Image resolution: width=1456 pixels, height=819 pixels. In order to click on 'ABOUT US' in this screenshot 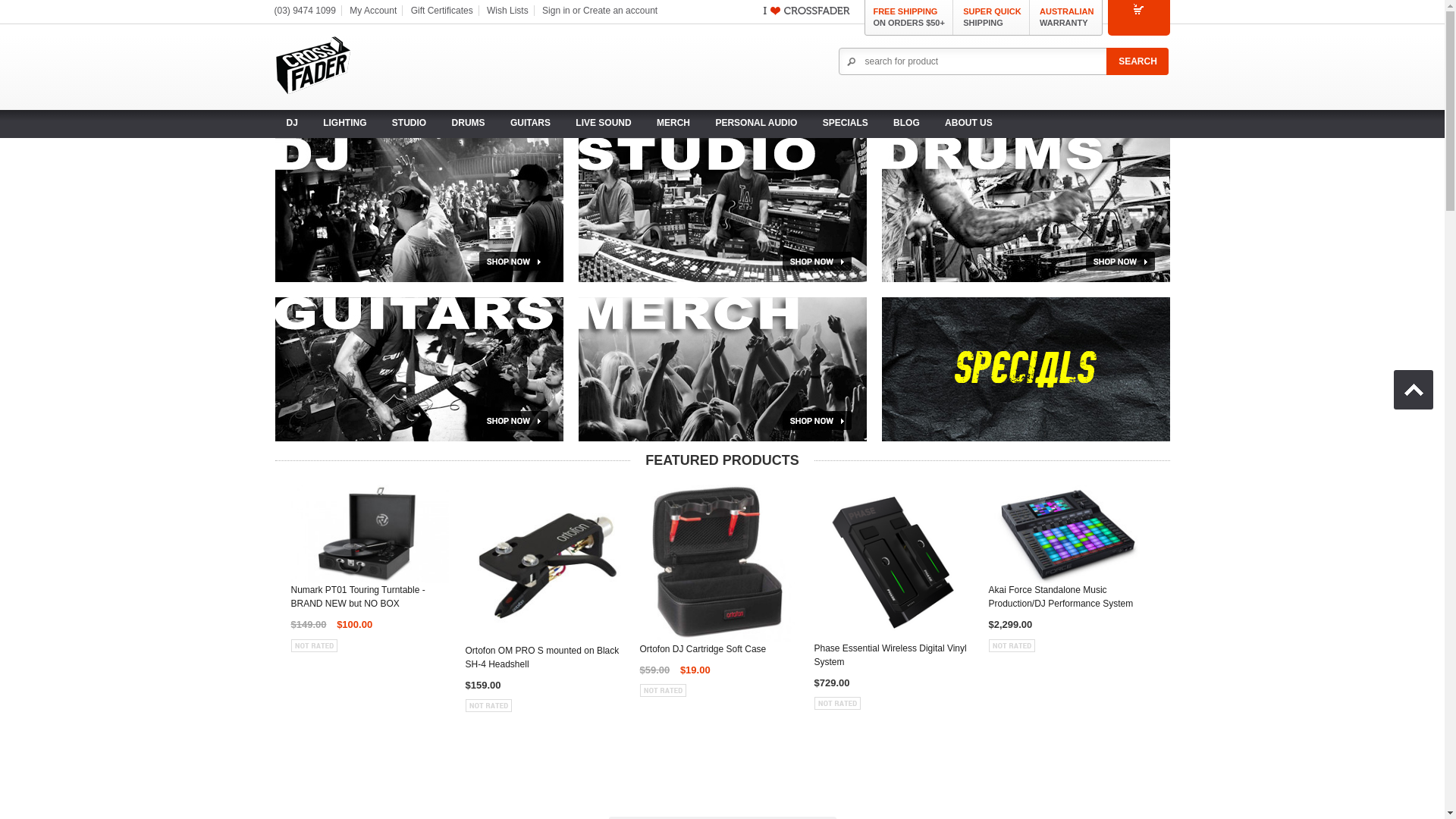, I will do `click(968, 122)`.